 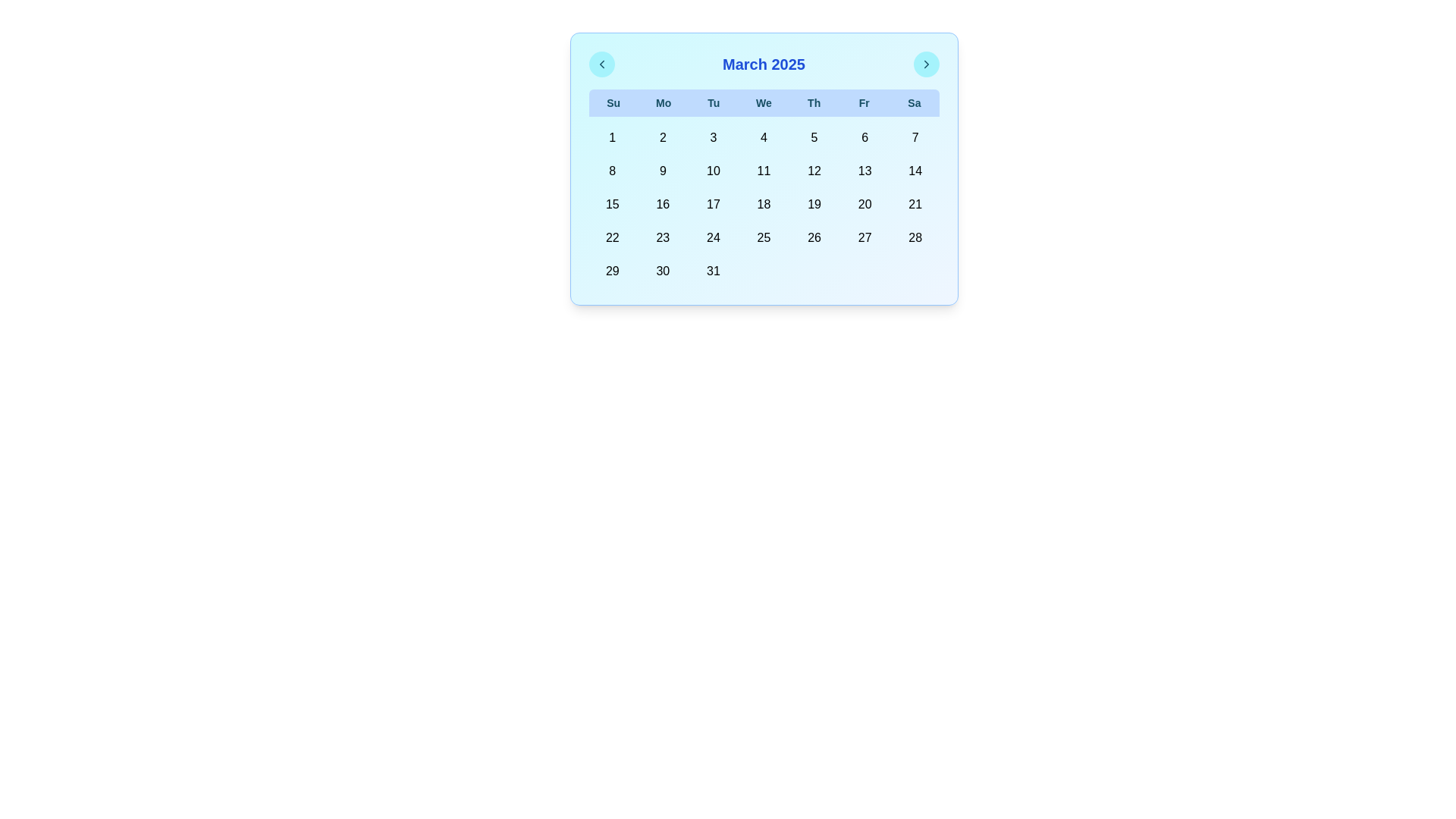 I want to click on the button representing the 21st day in the calendar view, so click(x=915, y=205).